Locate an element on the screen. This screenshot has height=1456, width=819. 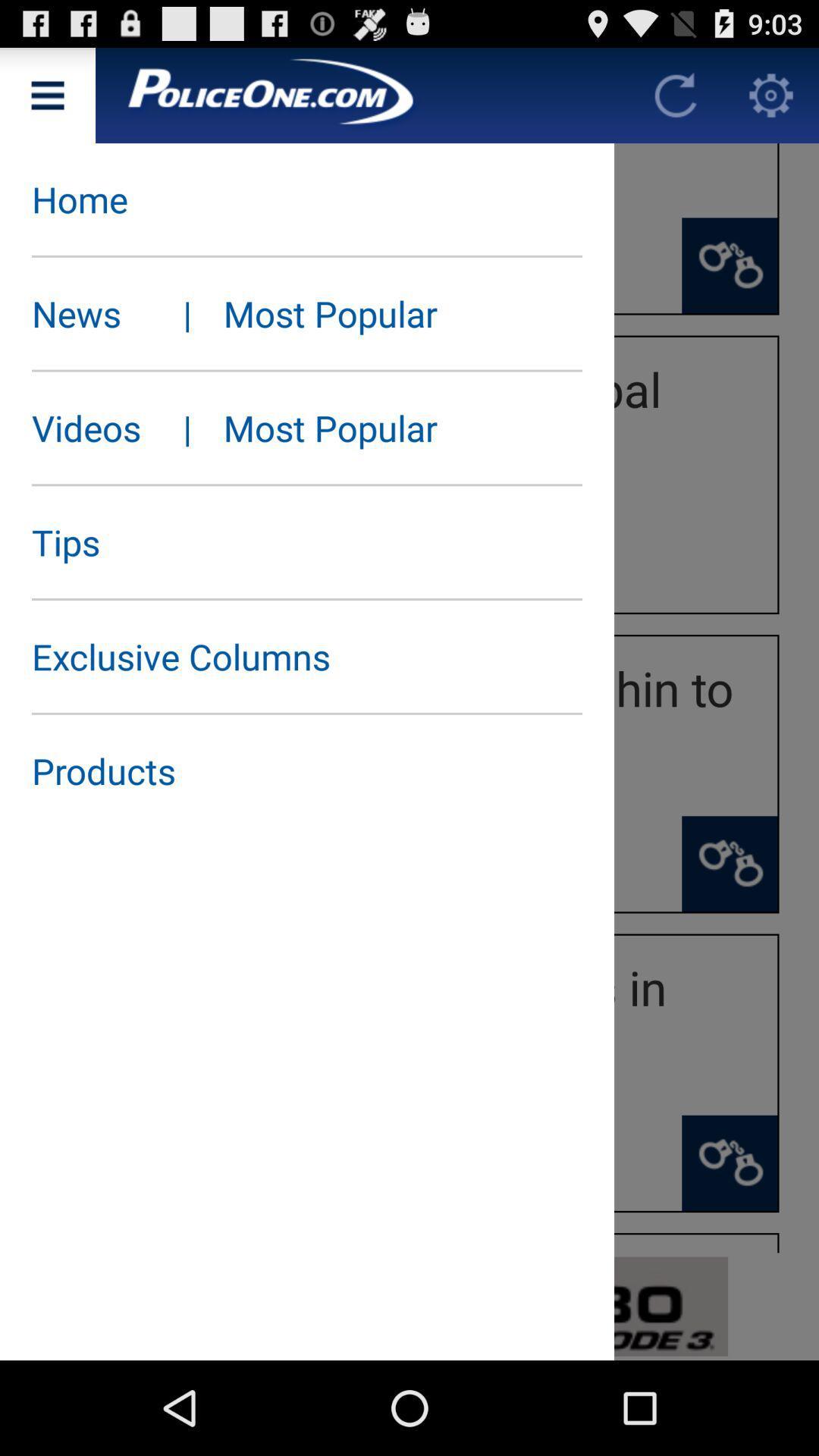
the menu icon is located at coordinates (46, 101).